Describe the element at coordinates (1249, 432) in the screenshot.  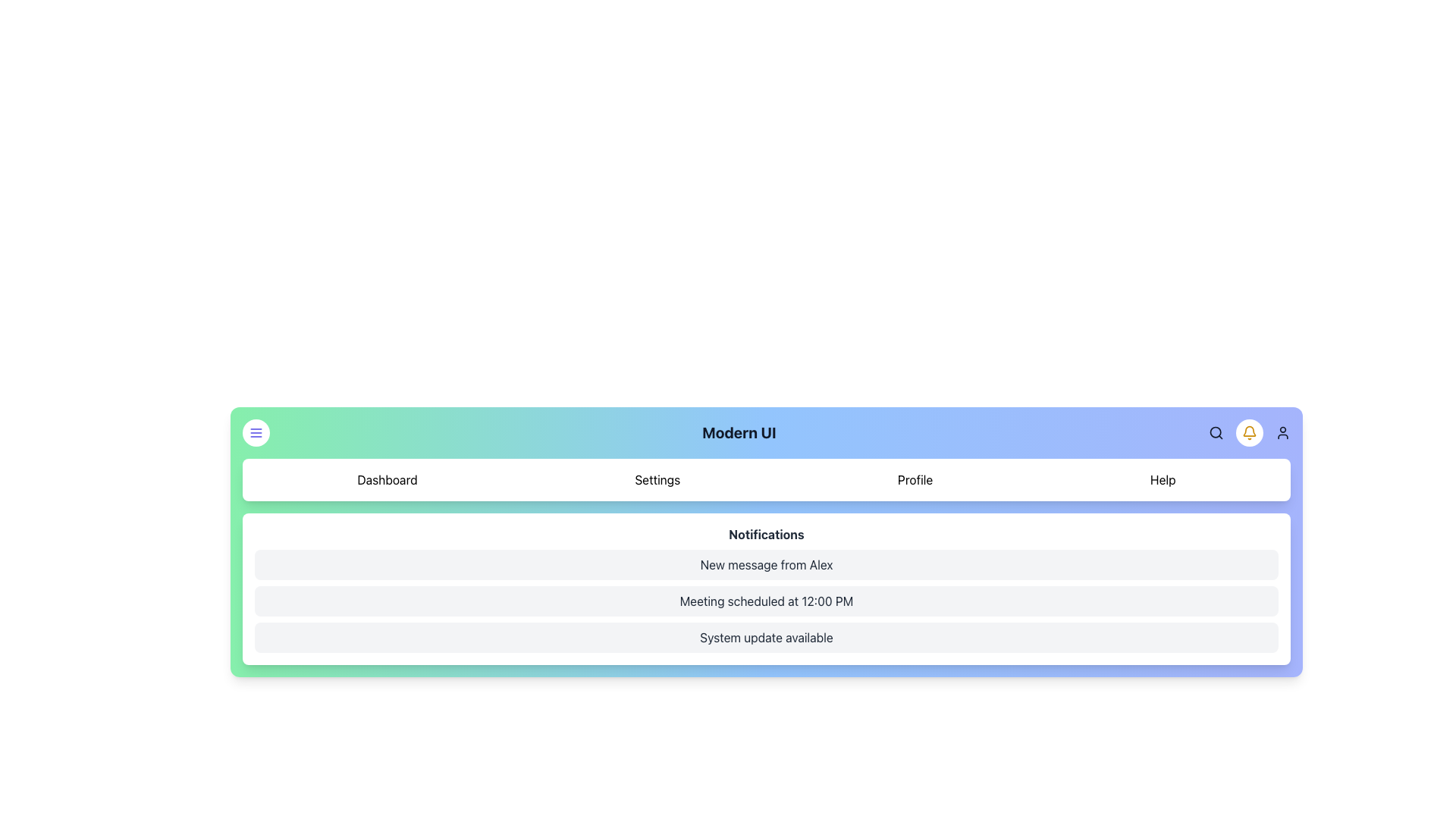
I see `the bell icon in the top-right section of the interface` at that location.